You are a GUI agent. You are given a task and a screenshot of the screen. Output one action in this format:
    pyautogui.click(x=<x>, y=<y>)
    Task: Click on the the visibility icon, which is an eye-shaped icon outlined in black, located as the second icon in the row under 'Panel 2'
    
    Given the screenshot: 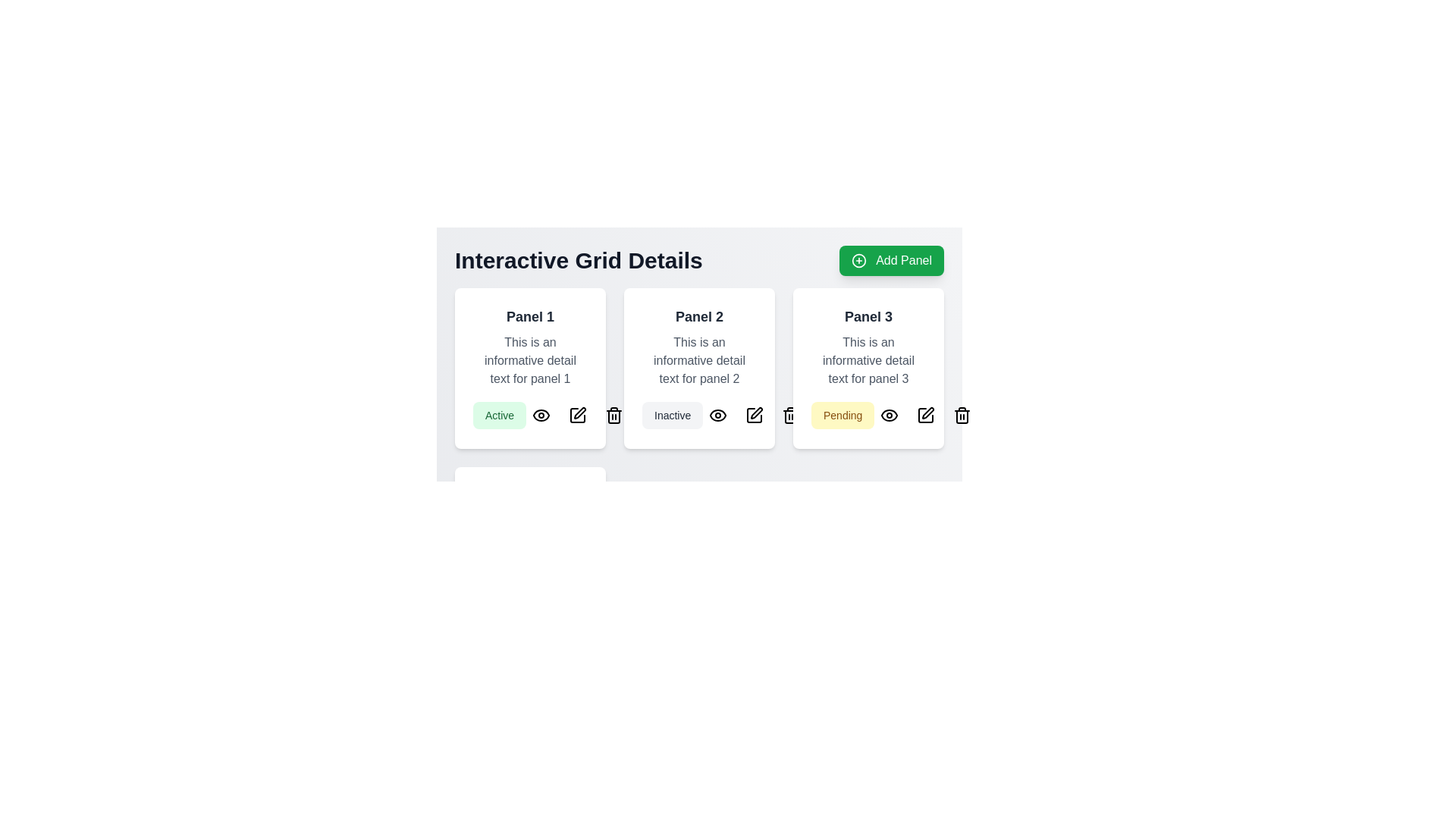 What is the action you would take?
    pyautogui.click(x=717, y=415)
    